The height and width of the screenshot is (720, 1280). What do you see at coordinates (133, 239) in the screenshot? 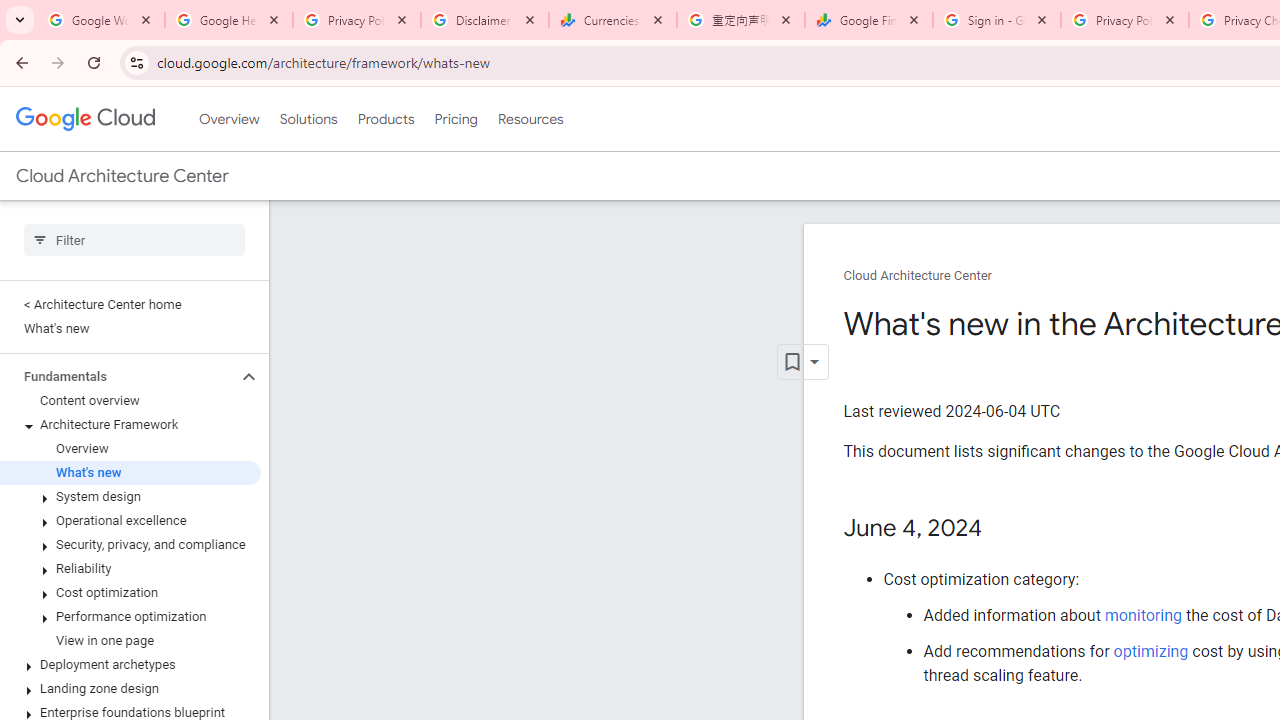
I see `'Type to filter'` at bounding box center [133, 239].